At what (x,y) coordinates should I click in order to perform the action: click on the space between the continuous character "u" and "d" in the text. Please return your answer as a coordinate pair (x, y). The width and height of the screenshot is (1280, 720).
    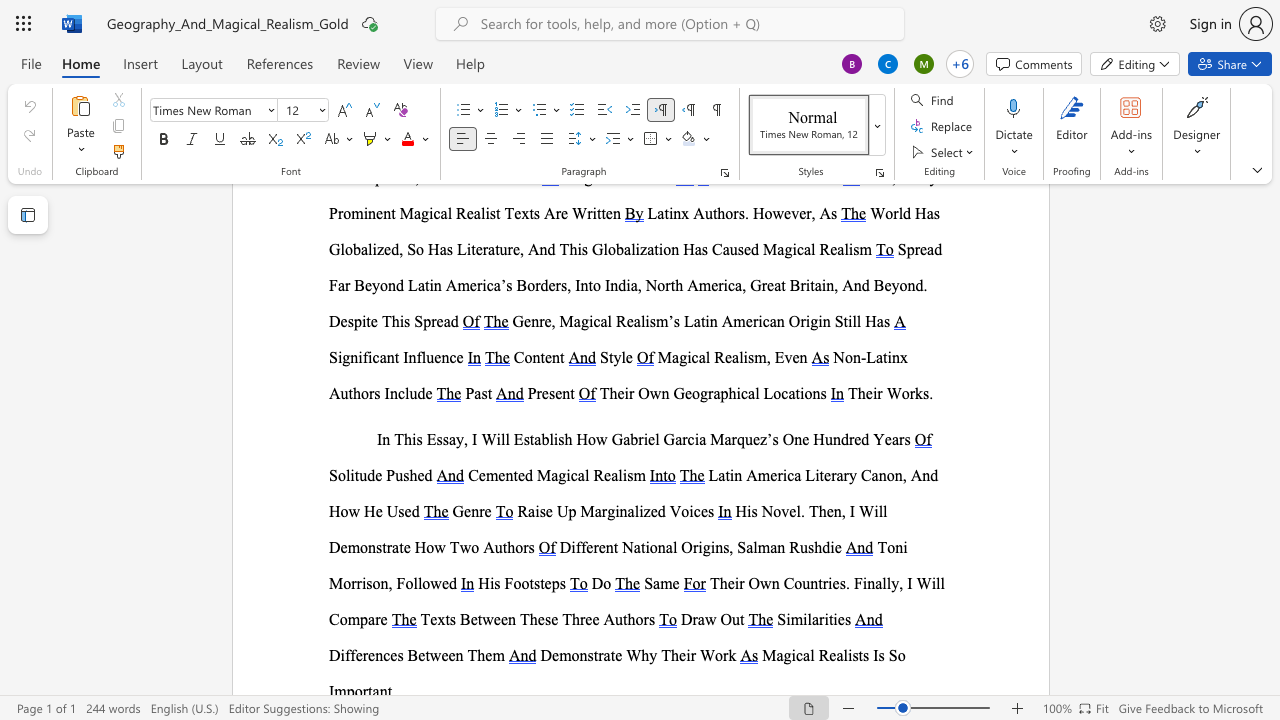
    Looking at the image, I should click on (416, 393).